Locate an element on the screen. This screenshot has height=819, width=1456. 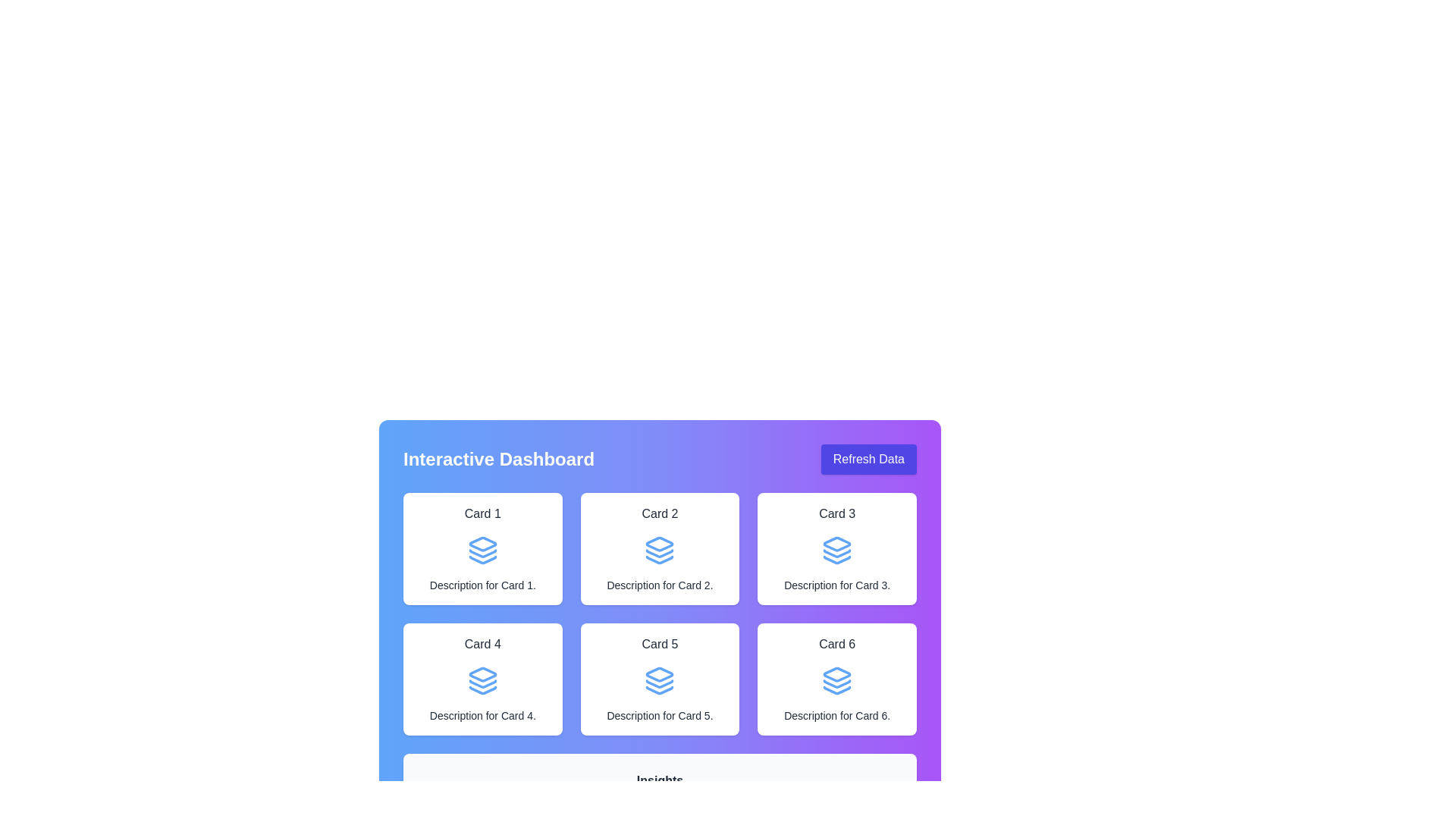
the static text label that serves as the title for 'Card 1', which is located at the top of the first card in the grid layout on the dashboard is located at coordinates (482, 513).